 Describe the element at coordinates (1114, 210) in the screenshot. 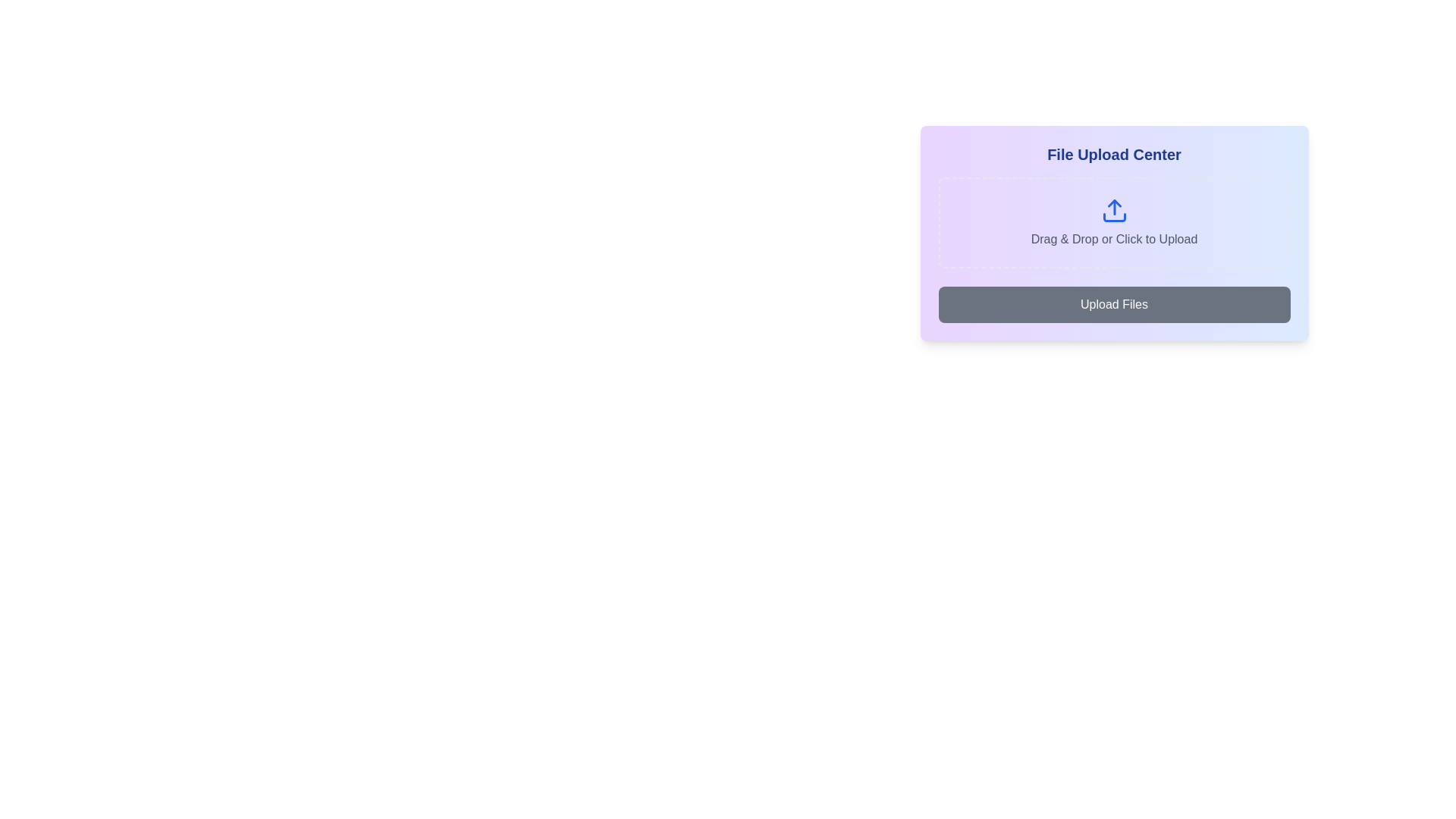

I see `the upload icon located centrally inside the drag-and-drop upload area of the 'File Upload Center', which is indicated by the text prompt 'Drag & Drop or Click to Upload'` at that location.